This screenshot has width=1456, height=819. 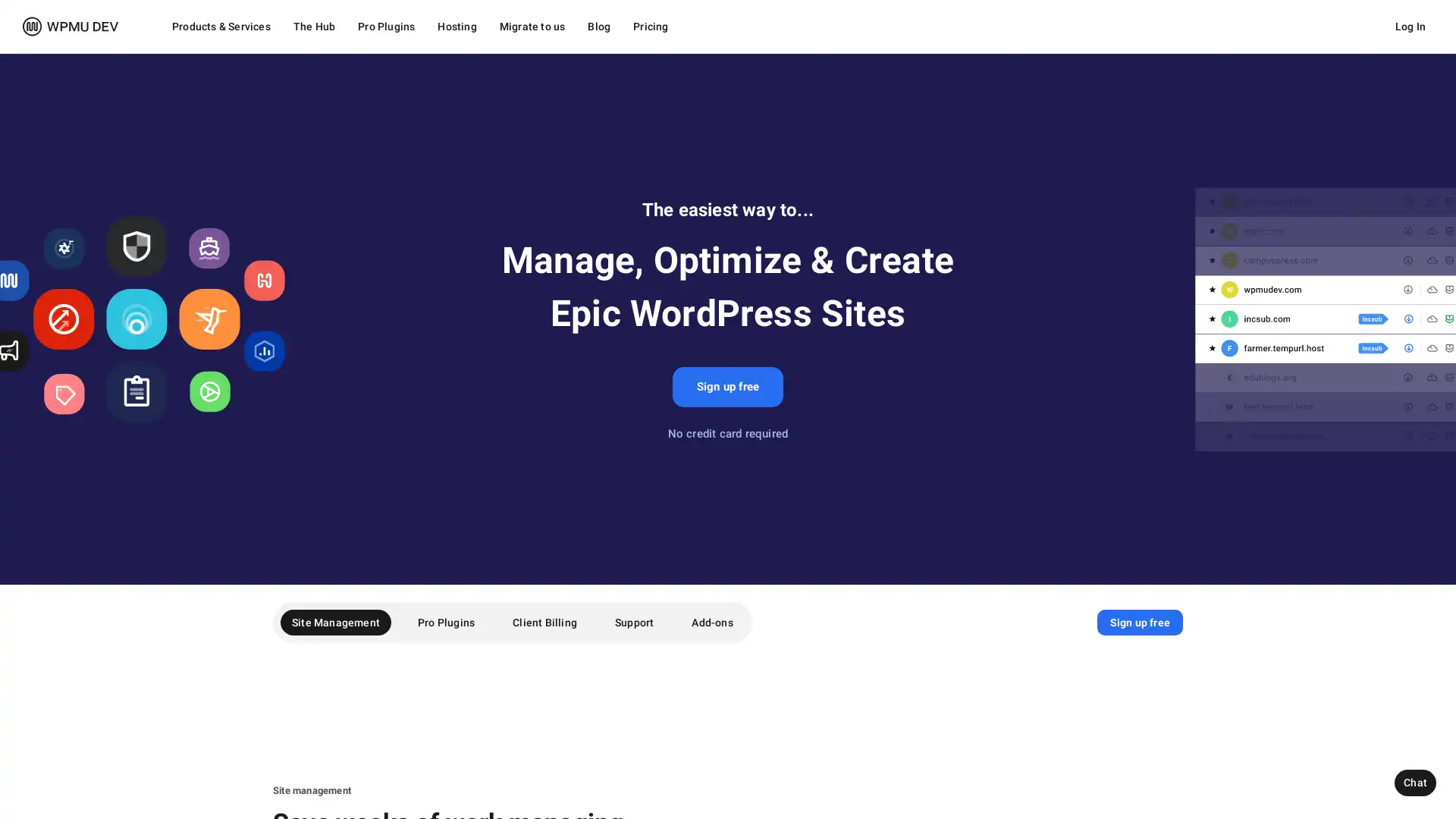 What do you see at coordinates (445, 623) in the screenshot?
I see `Pro Plugins` at bounding box center [445, 623].